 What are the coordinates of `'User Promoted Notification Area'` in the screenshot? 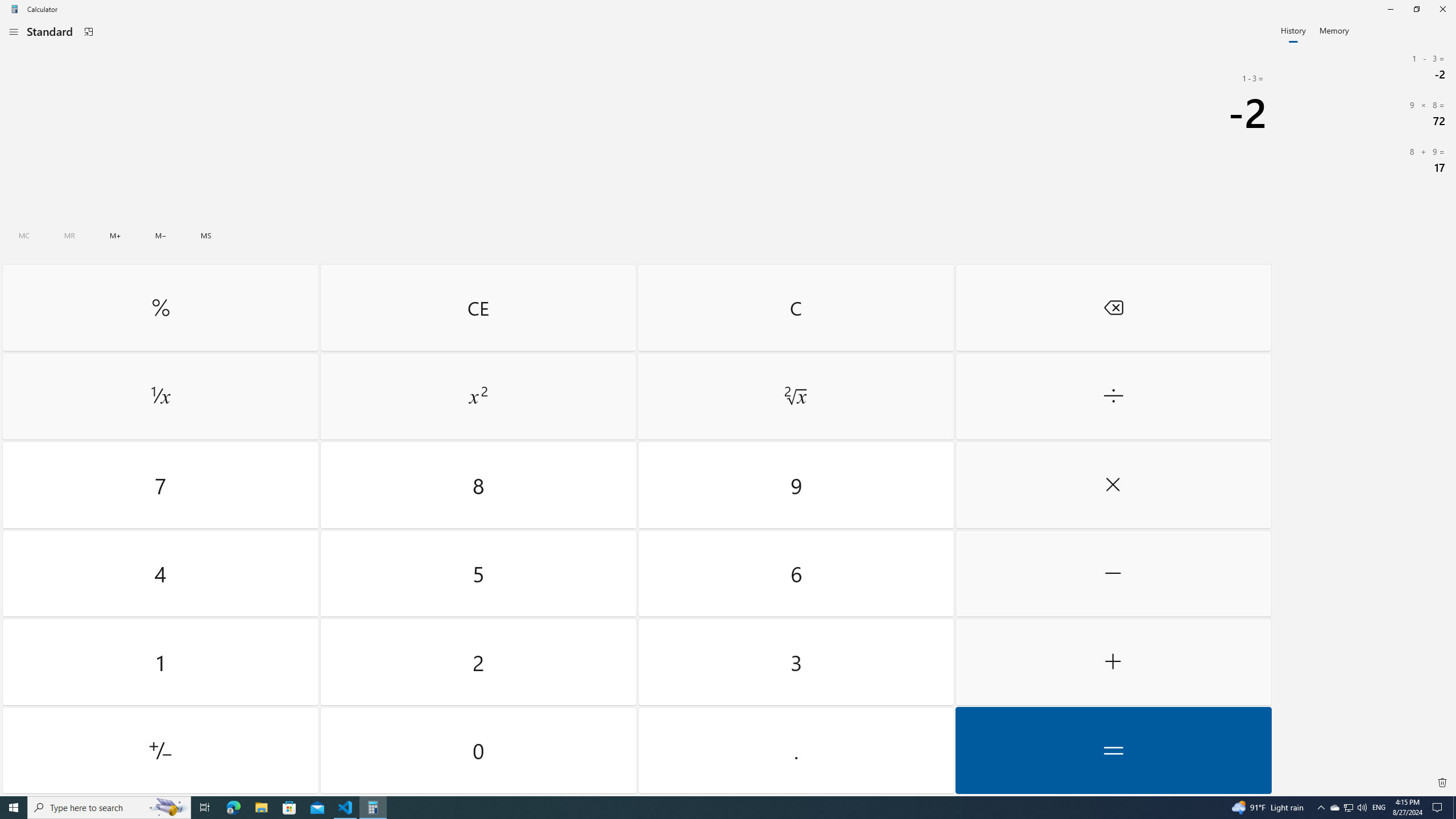 It's located at (1347, 806).